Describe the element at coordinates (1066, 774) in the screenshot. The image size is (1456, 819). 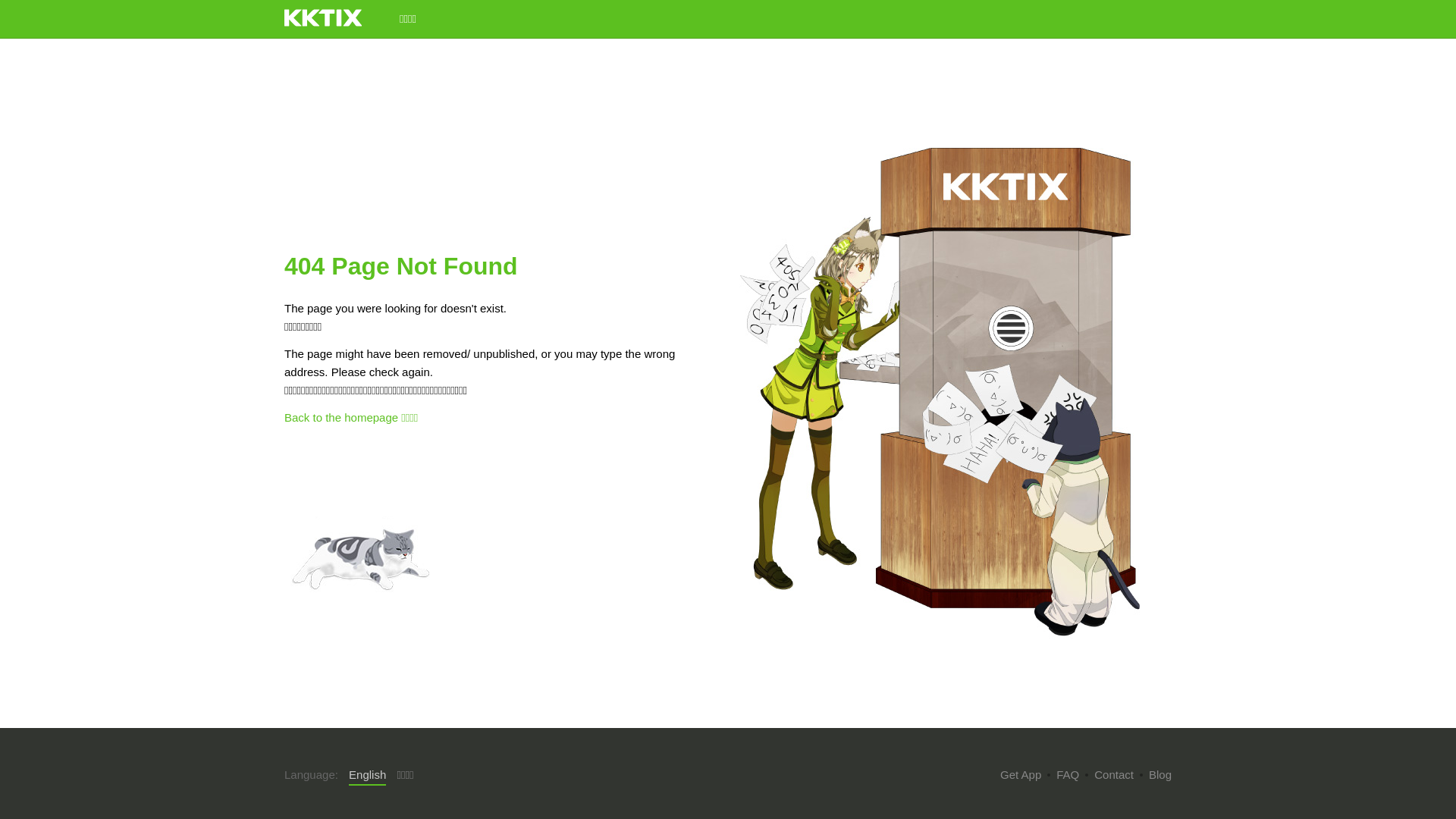
I see `'FAQ'` at that location.